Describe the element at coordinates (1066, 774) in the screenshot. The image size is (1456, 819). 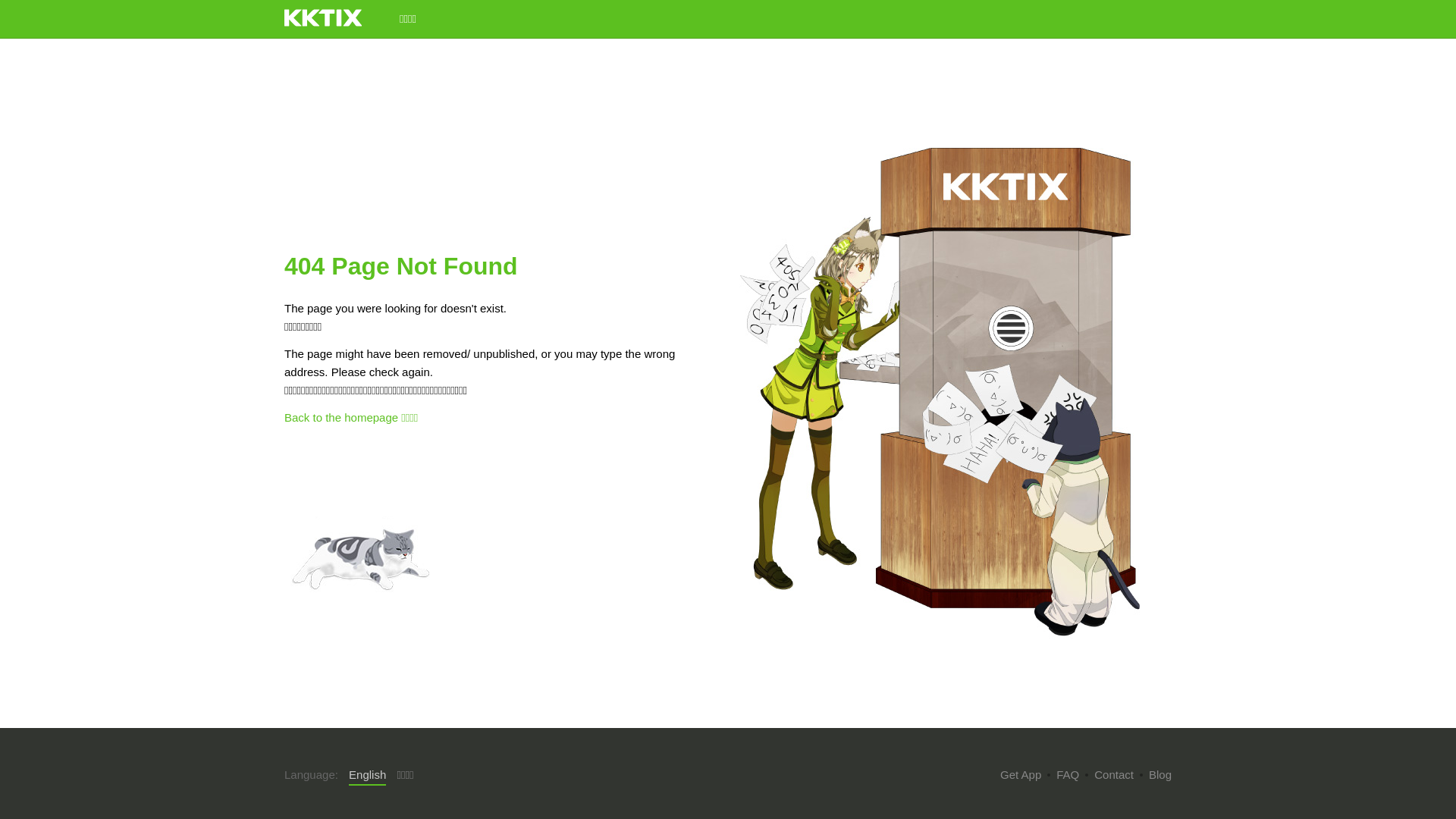
I see `'FAQ'` at that location.